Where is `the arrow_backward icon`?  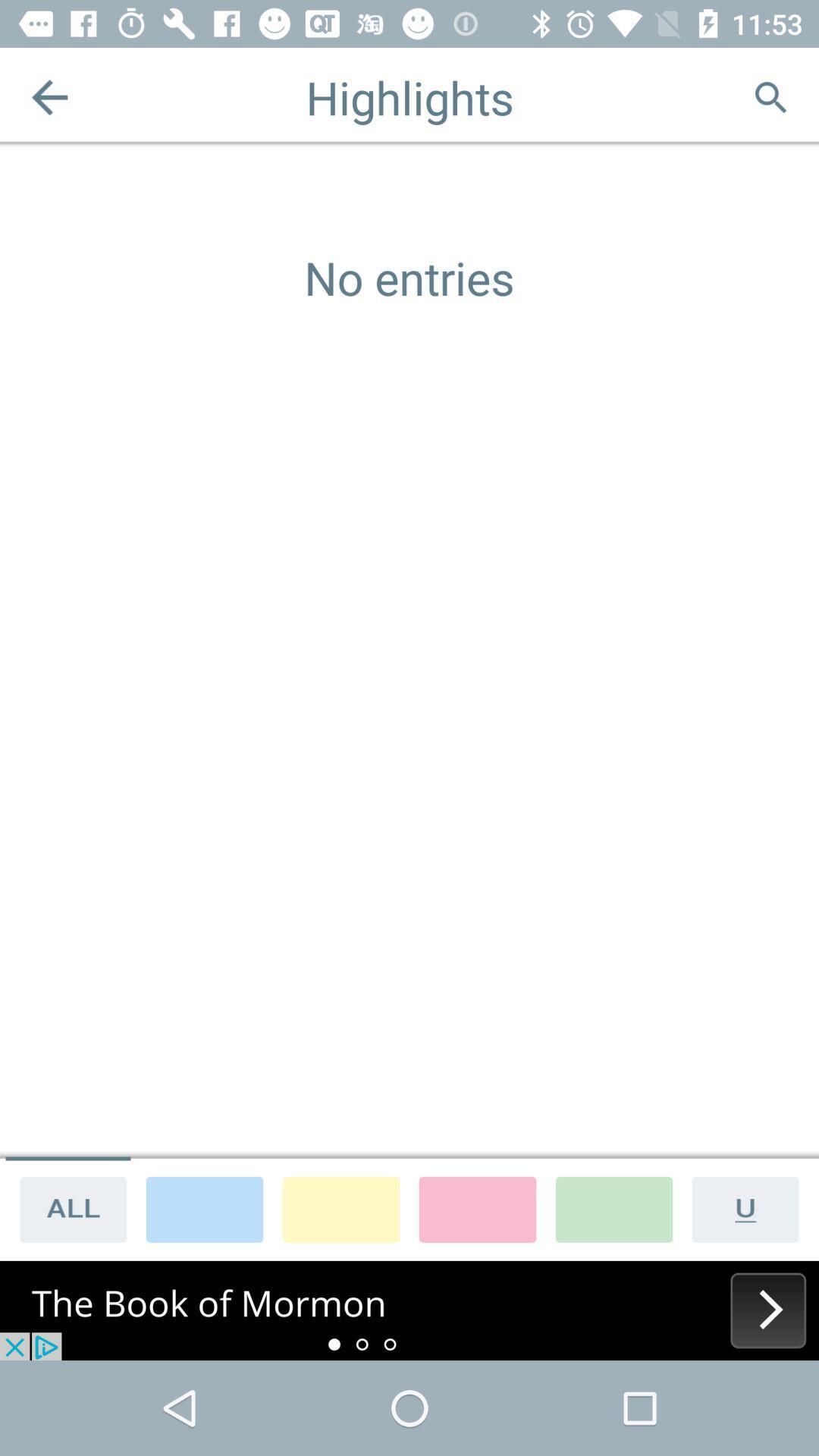 the arrow_backward icon is located at coordinates (49, 96).